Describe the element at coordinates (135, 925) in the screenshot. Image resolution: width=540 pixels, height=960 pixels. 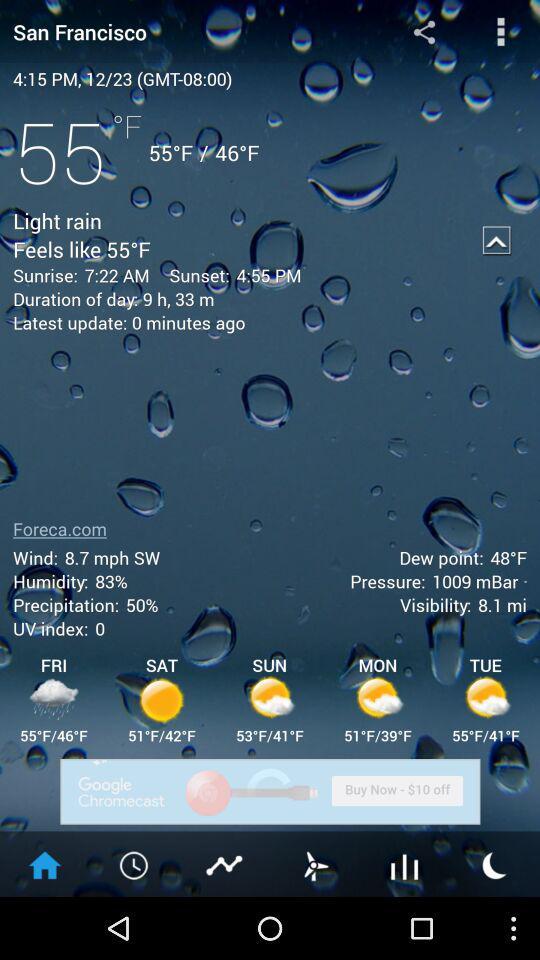
I see `the time icon` at that location.